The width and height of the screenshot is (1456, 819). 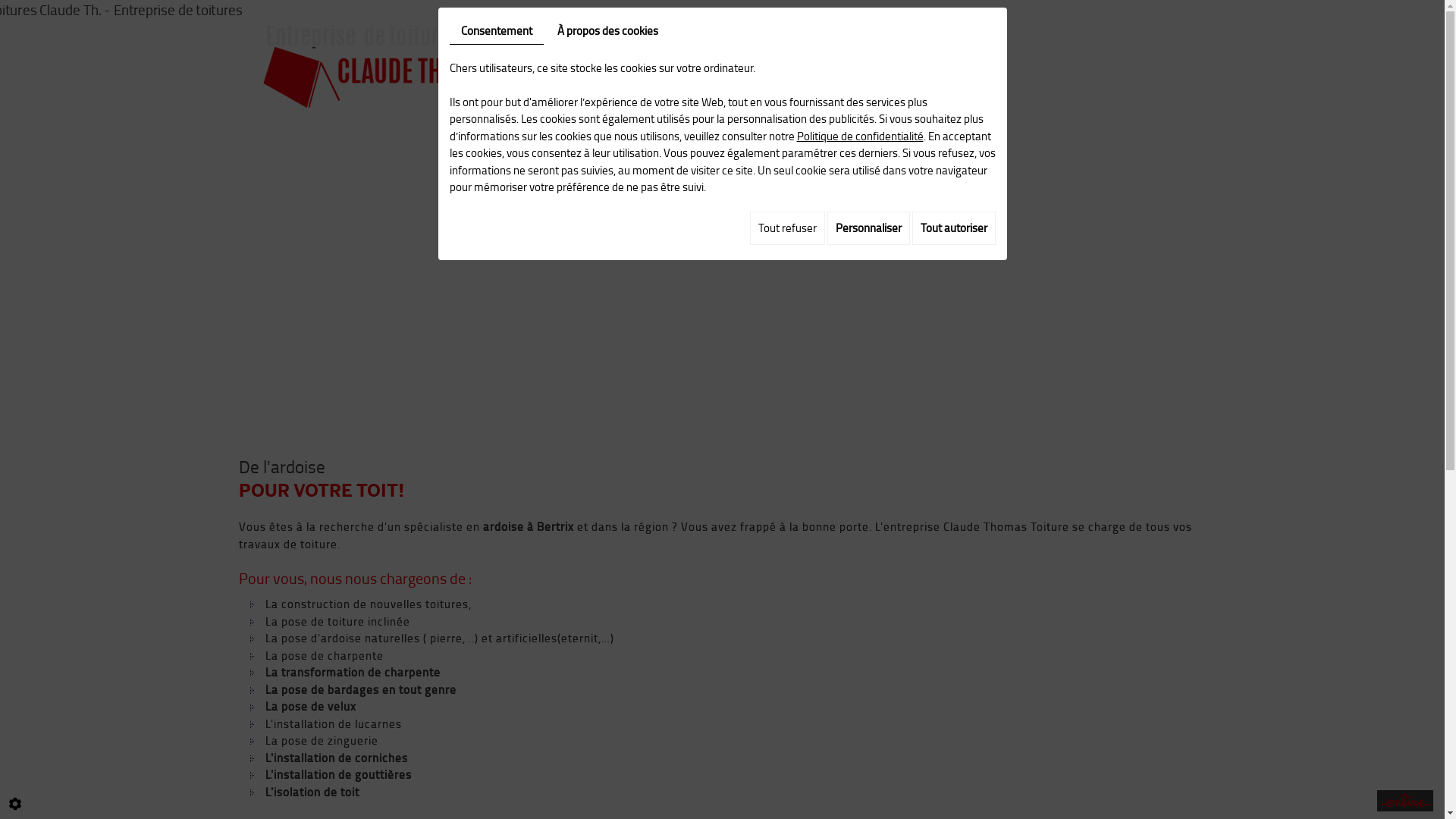 What do you see at coordinates (495, 32) in the screenshot?
I see `'Consentement'` at bounding box center [495, 32].